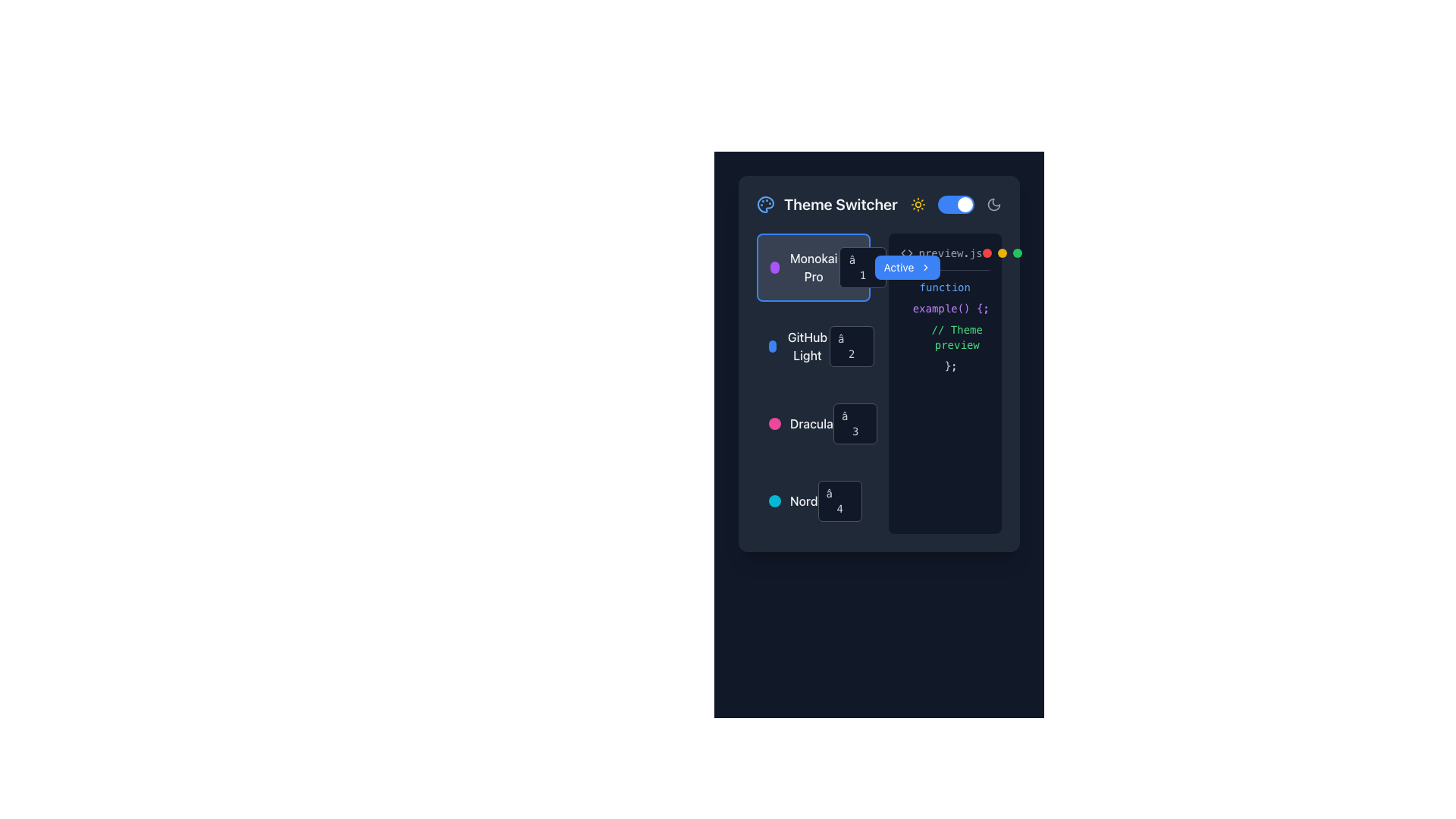 The image size is (1456, 819). What do you see at coordinates (855, 424) in the screenshot?
I see `the 'Dracula' theme selection button in the Theme Switcher section` at bounding box center [855, 424].